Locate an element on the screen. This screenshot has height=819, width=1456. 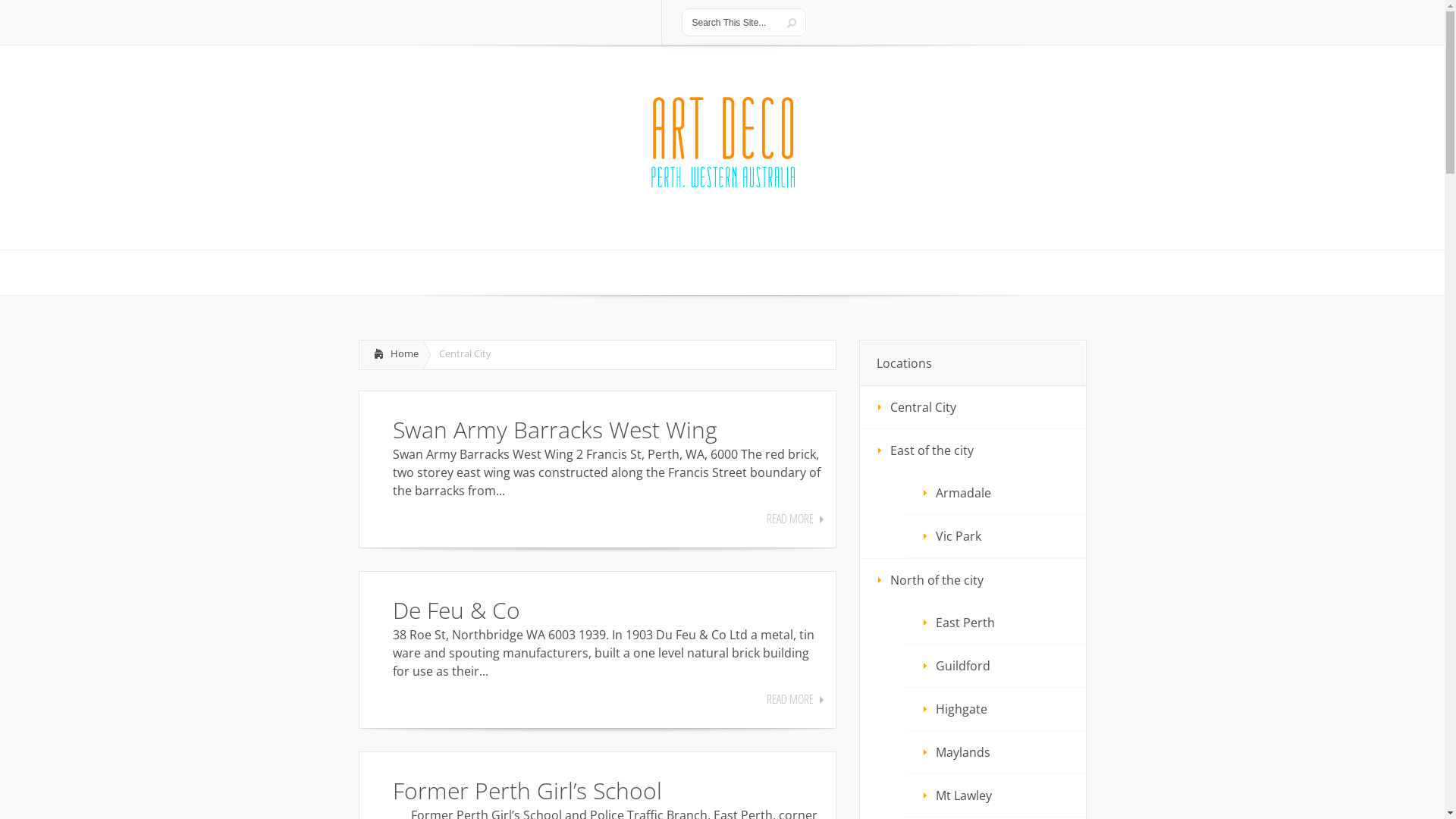
'Highgate' is located at coordinates (996, 708).